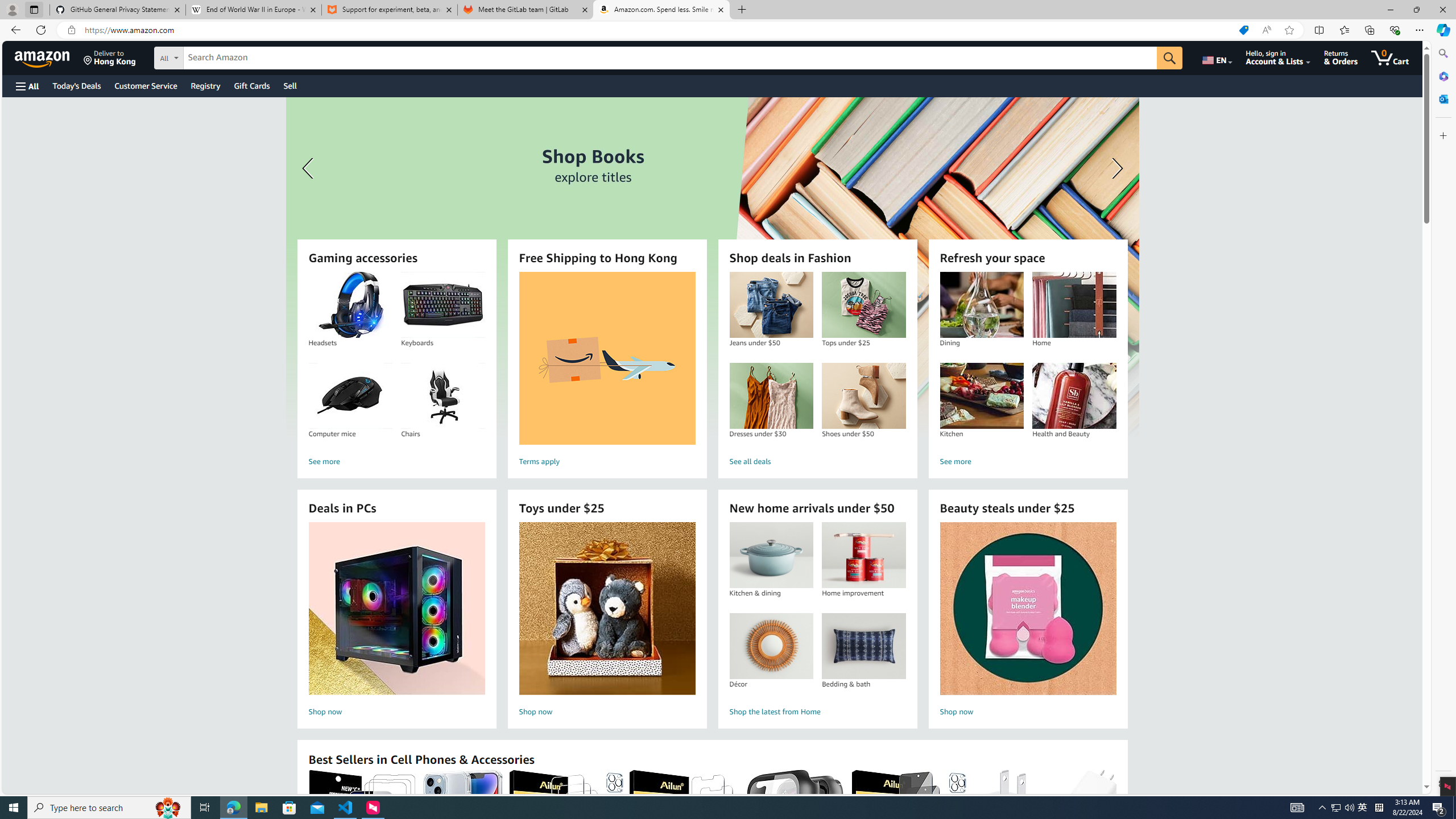 The image size is (1456, 819). Describe the element at coordinates (770, 305) in the screenshot. I see `'Jeans under $50'` at that location.